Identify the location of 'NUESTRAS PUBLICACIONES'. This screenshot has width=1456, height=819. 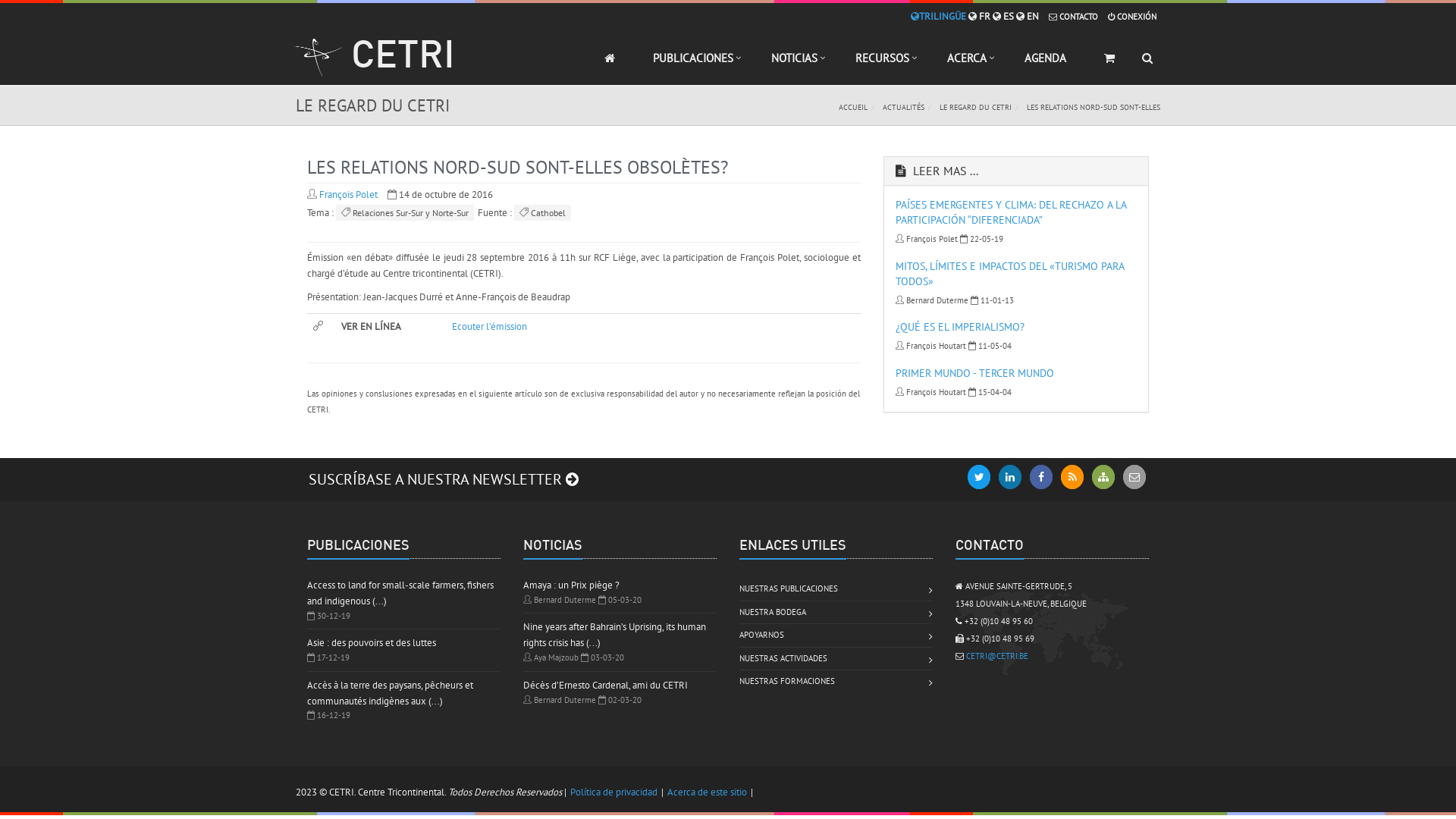
(739, 588).